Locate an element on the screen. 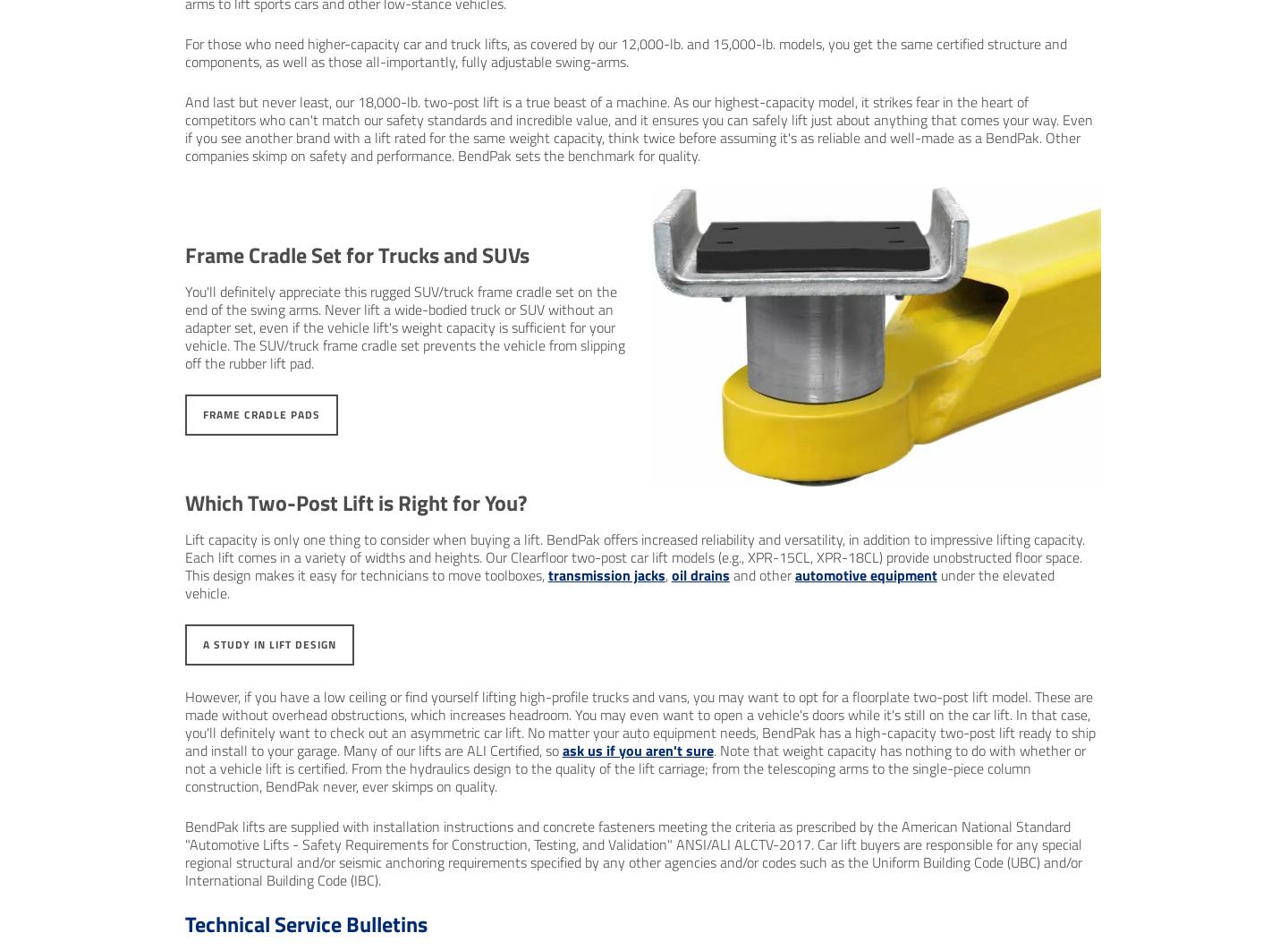 This screenshot has height=950, width=1288. 'Technical Service Bulletins' is located at coordinates (305, 923).